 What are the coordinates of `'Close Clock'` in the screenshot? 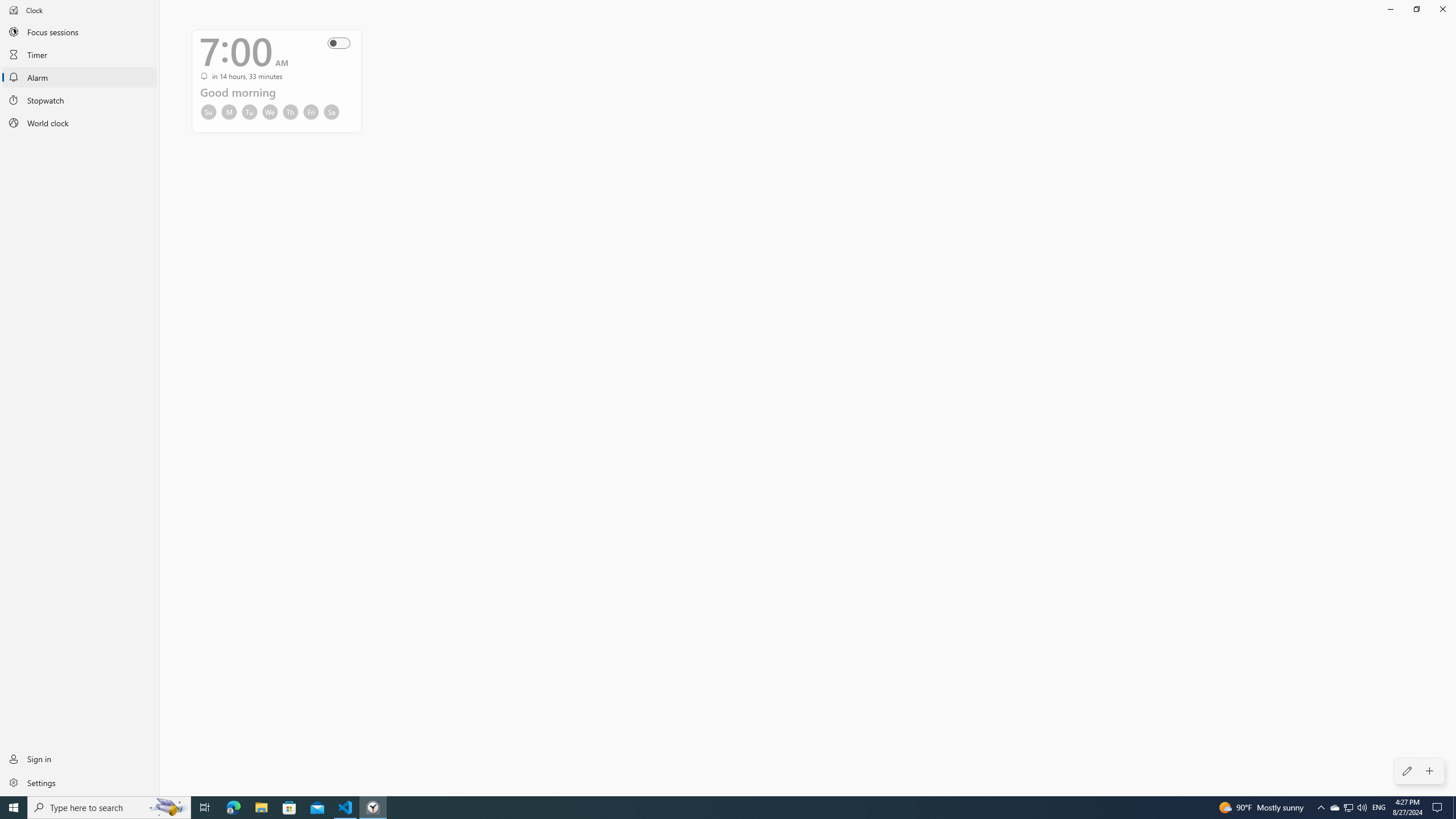 It's located at (1442, 9).